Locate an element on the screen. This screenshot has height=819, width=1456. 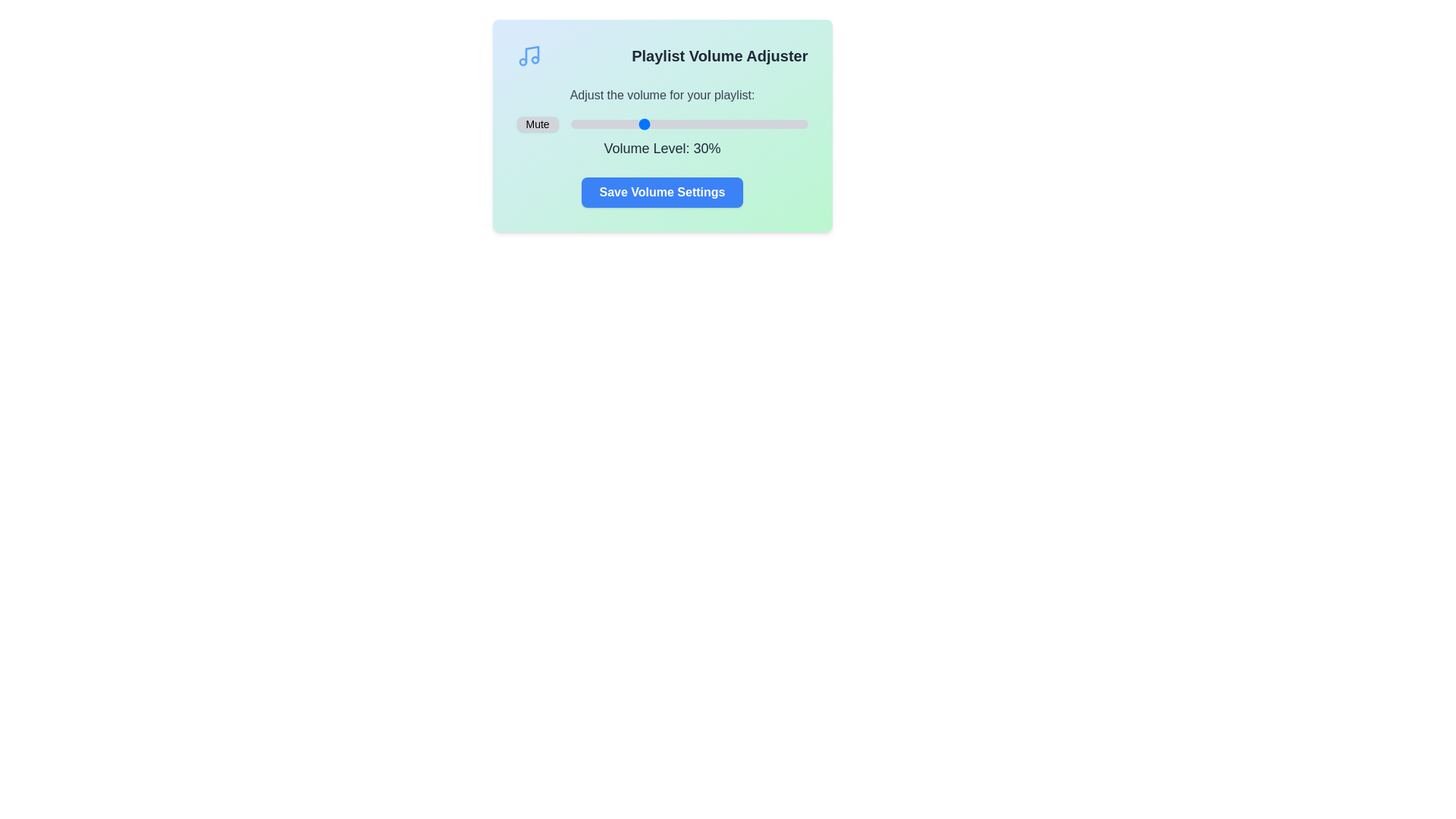
the volume slider to set the volume to 75% is located at coordinates (748, 124).